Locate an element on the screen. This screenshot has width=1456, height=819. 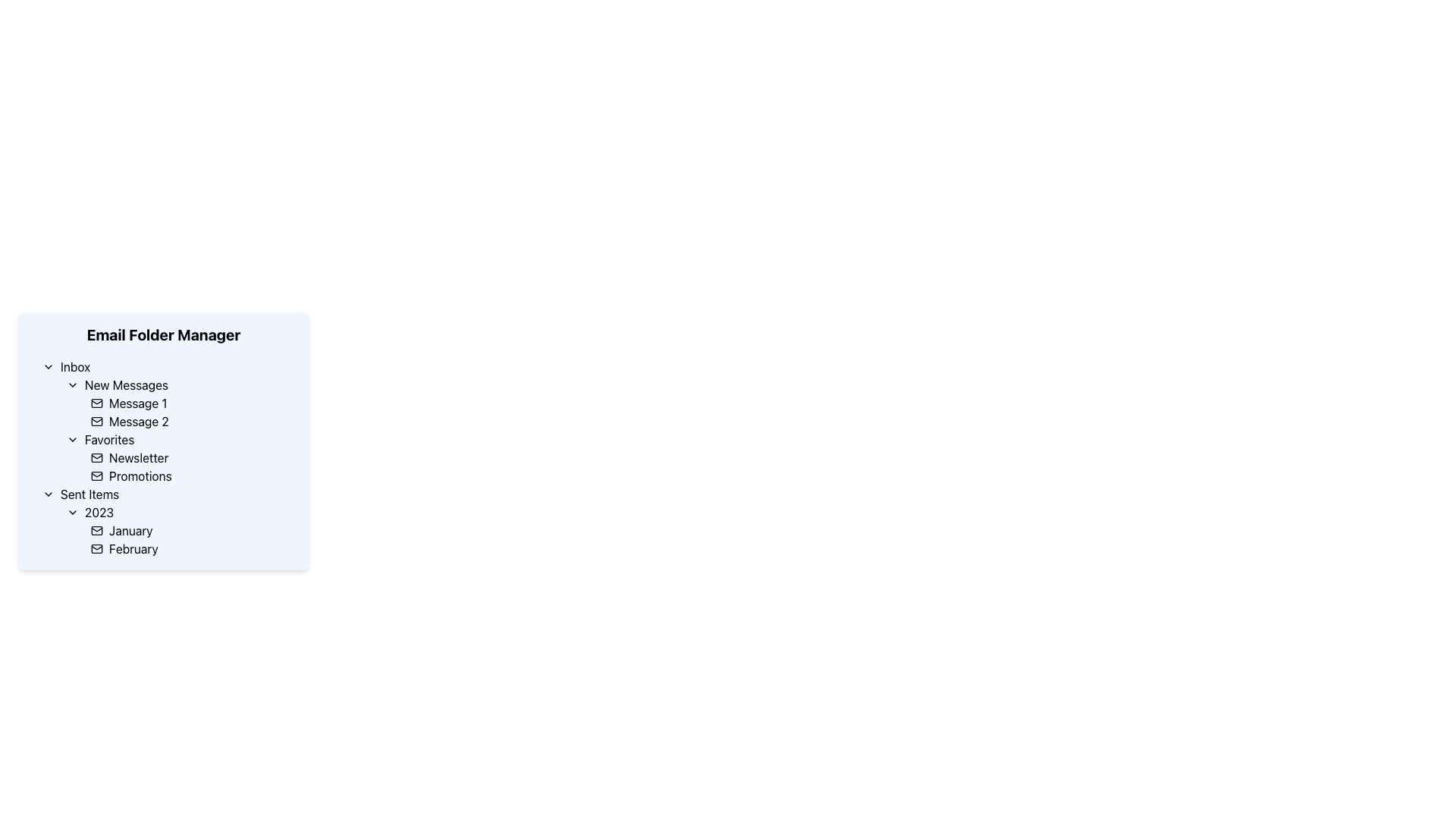
the black downward-facing chevron arrow icon located above the '2023' text label in the 'Sent Items' category of the 'Email Folder Manager' is located at coordinates (72, 512).